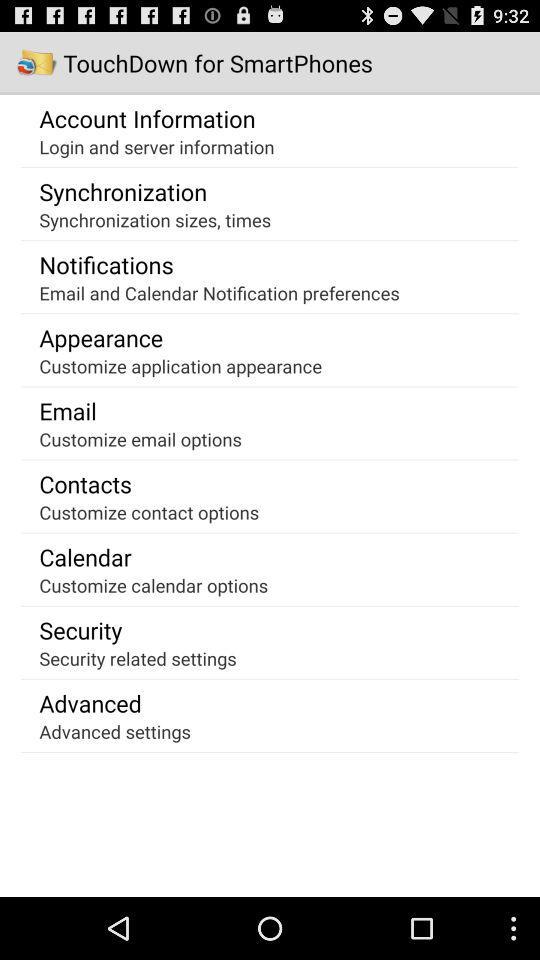 This screenshot has height=960, width=540. What do you see at coordinates (154, 219) in the screenshot?
I see `the synchronization sizes, times app` at bounding box center [154, 219].